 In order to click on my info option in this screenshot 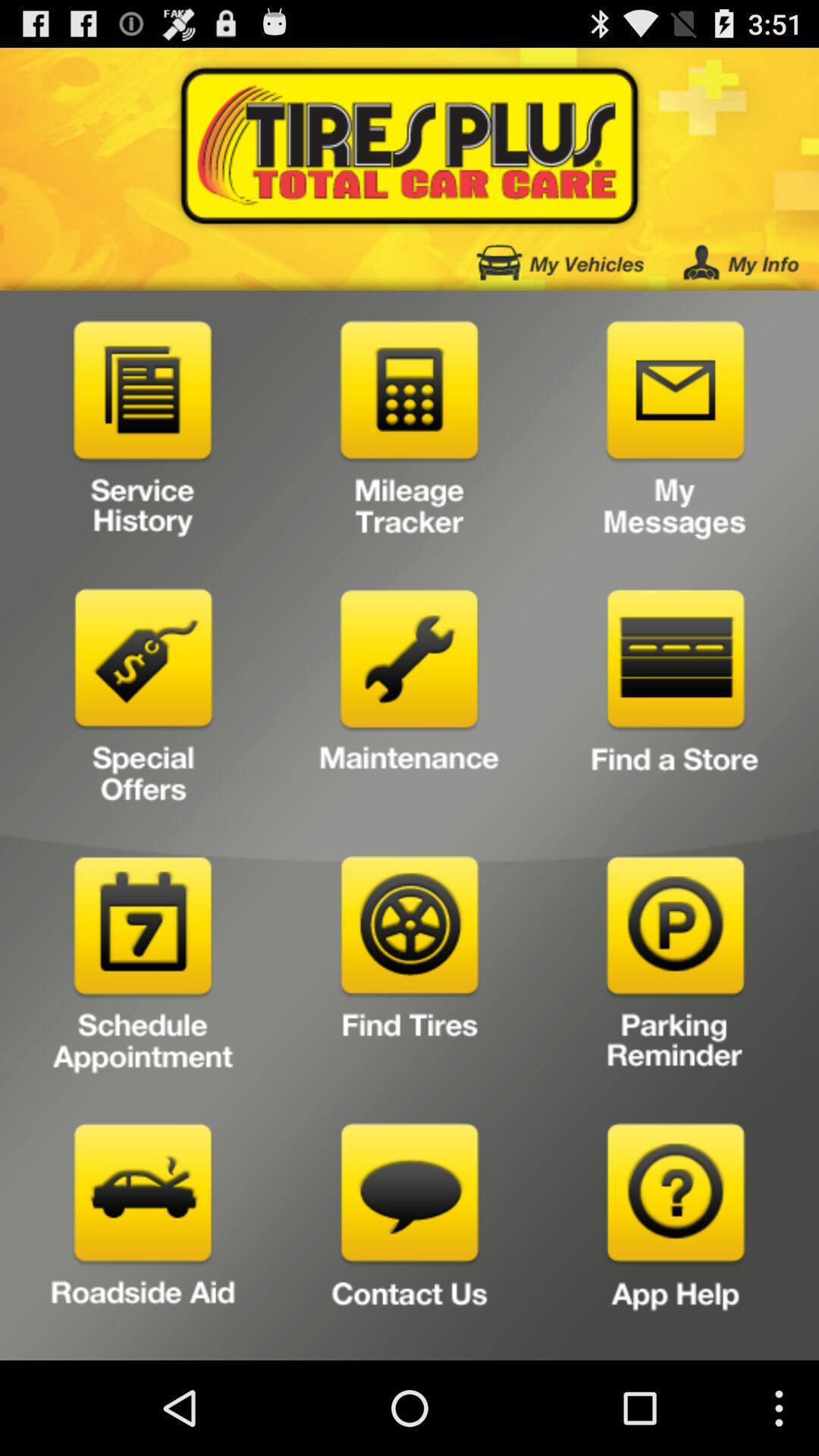, I will do `click(740, 262)`.